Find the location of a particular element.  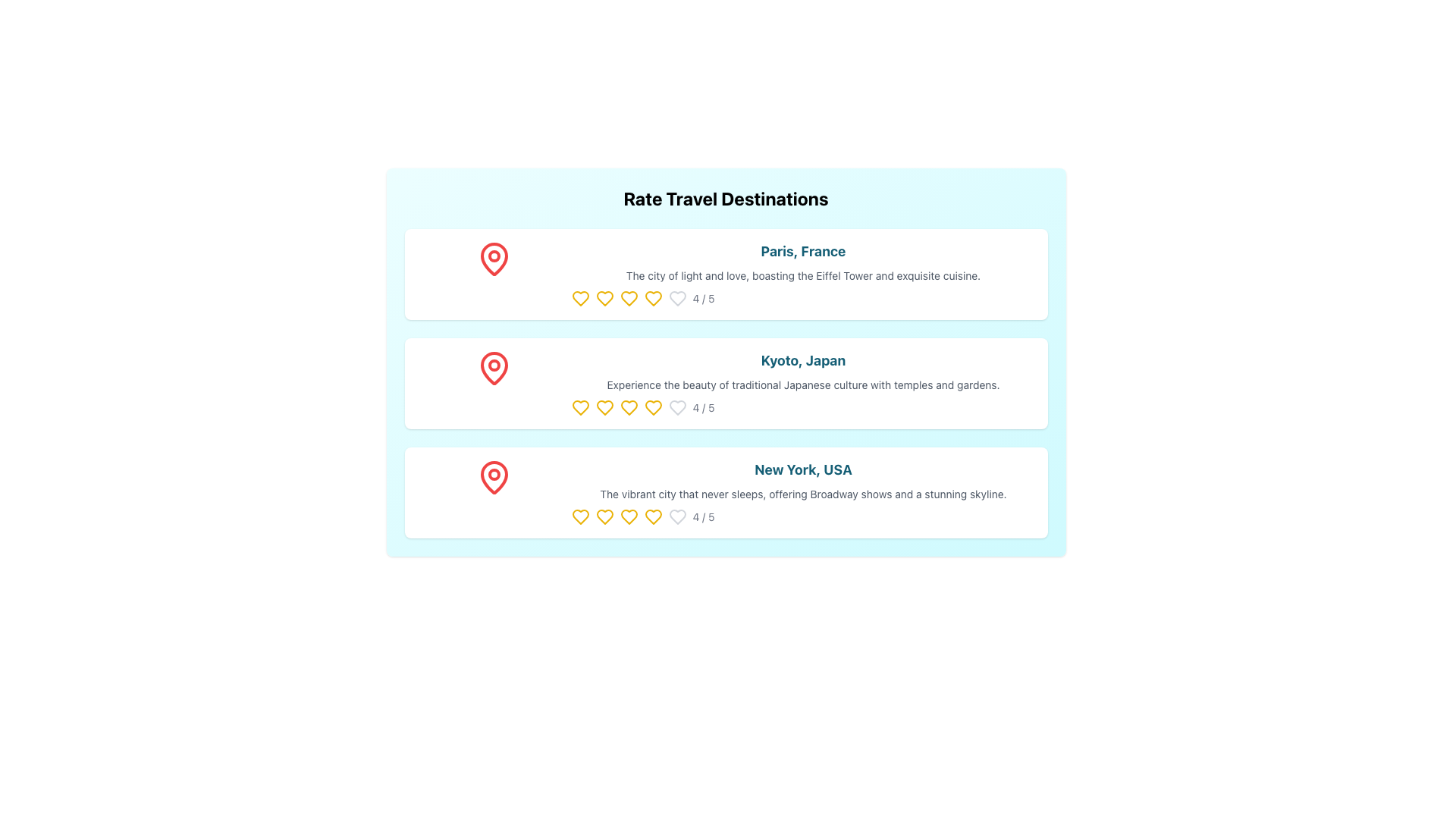

the red location pin icon in the third section labeled 'New York, USA' which serves as a visual anchor for the city information is located at coordinates (494, 493).